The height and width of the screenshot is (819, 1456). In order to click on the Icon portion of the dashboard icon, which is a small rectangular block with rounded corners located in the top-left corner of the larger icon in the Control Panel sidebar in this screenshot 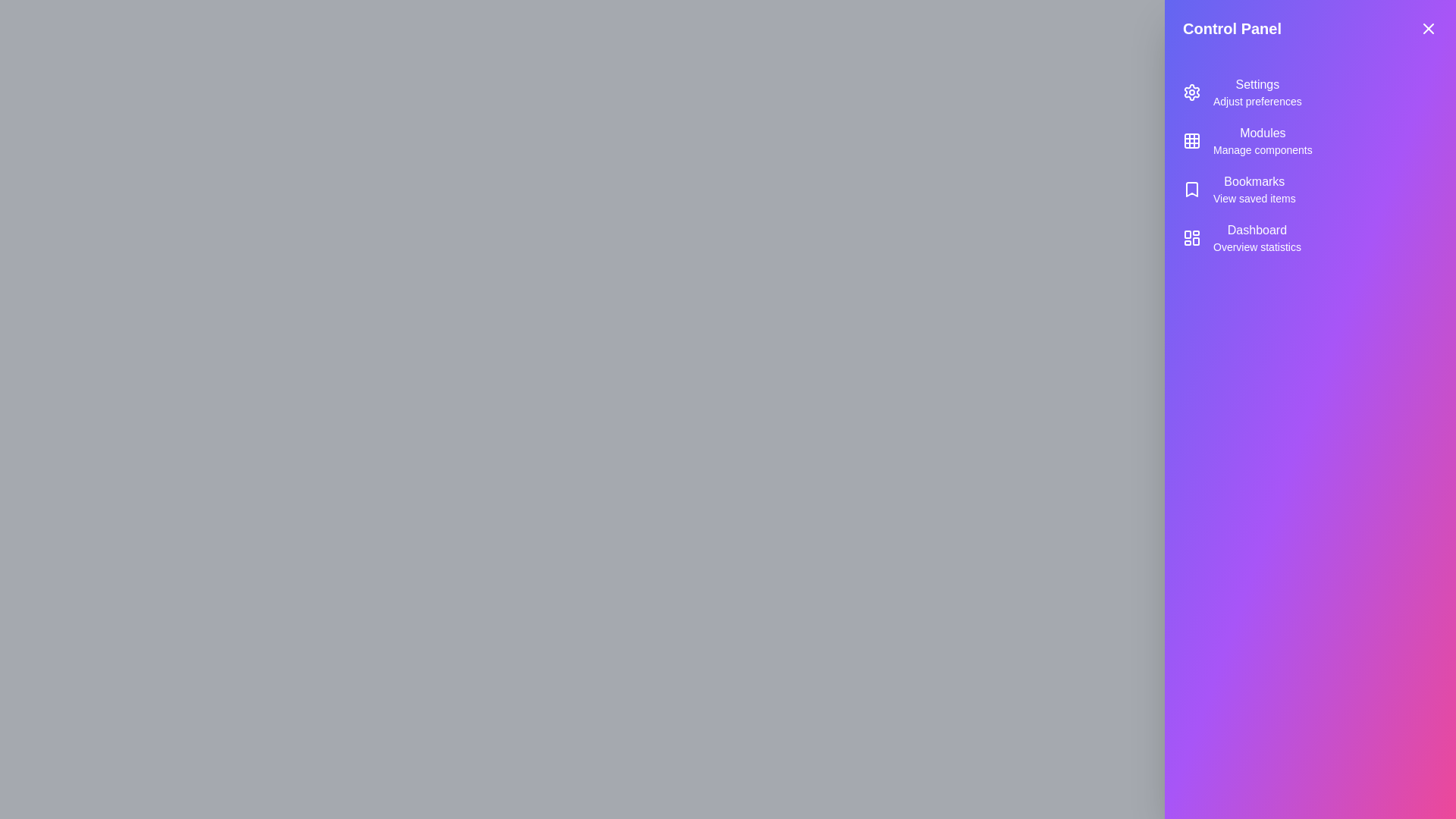, I will do `click(1187, 234)`.